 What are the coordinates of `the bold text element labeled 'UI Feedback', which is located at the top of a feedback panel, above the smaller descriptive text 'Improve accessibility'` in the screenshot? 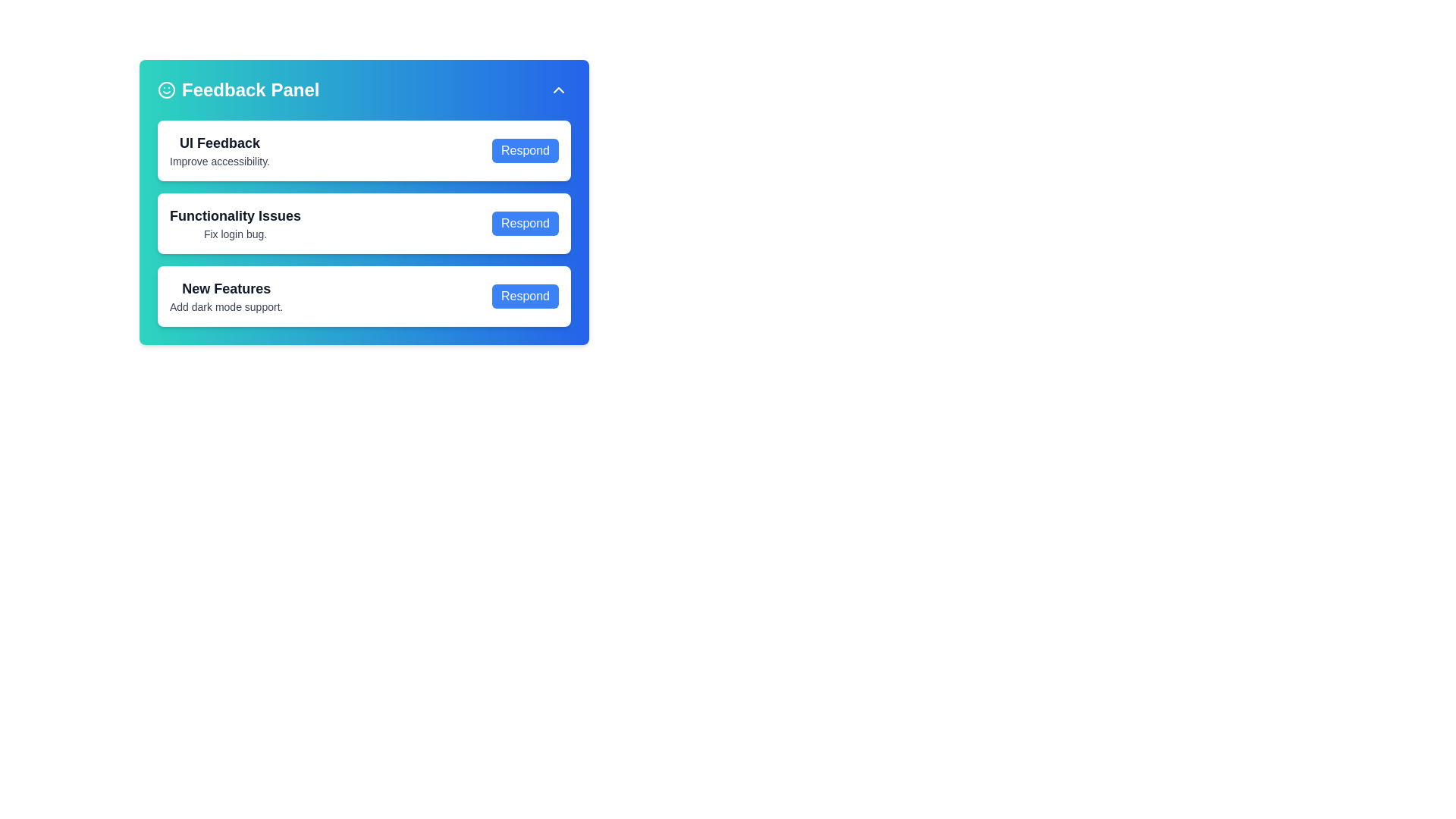 It's located at (218, 143).